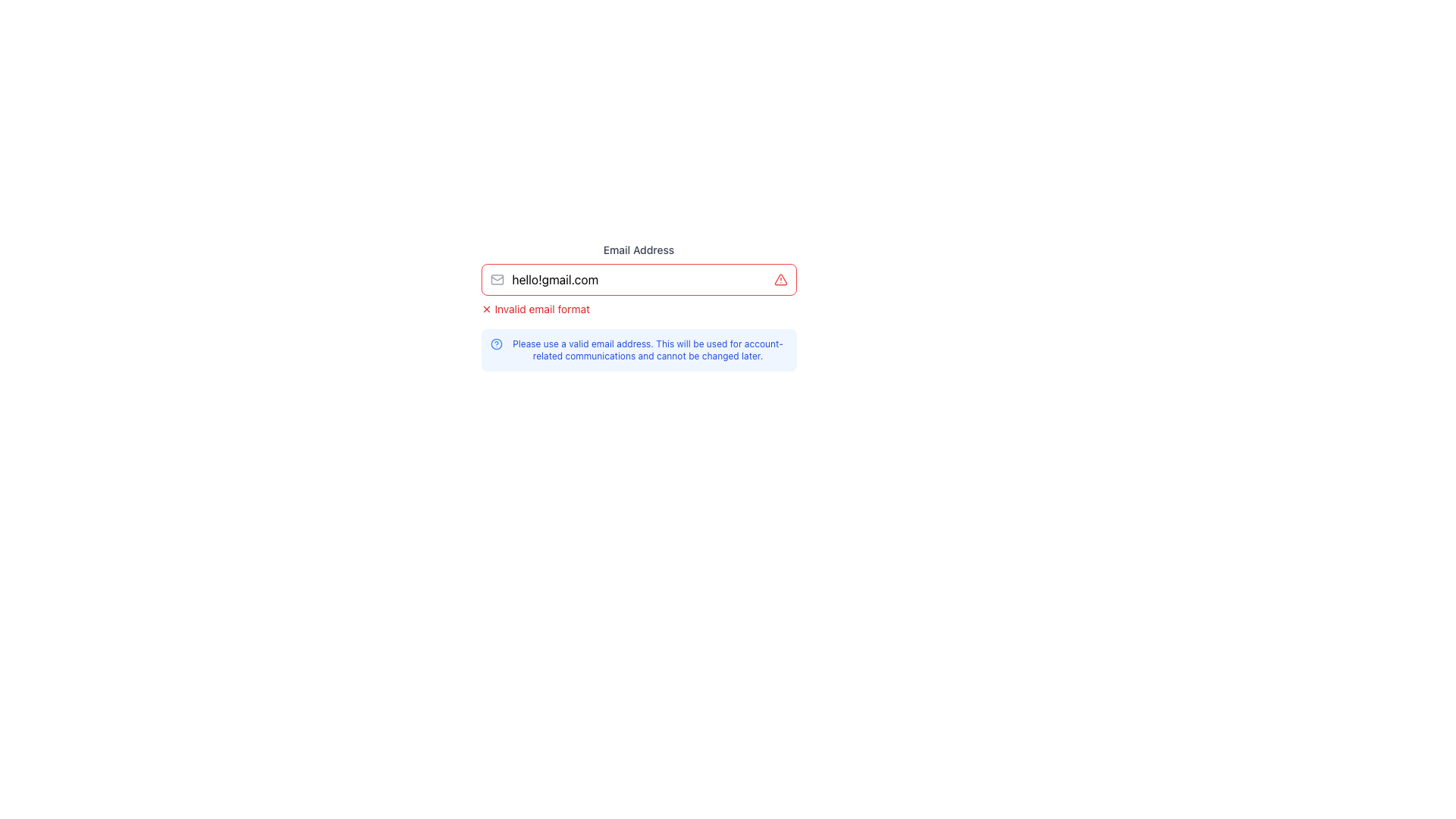  Describe the element at coordinates (496, 344) in the screenshot. I see `the information icon located to the left of the message box stating 'Please use a valid email address.'` at that location.